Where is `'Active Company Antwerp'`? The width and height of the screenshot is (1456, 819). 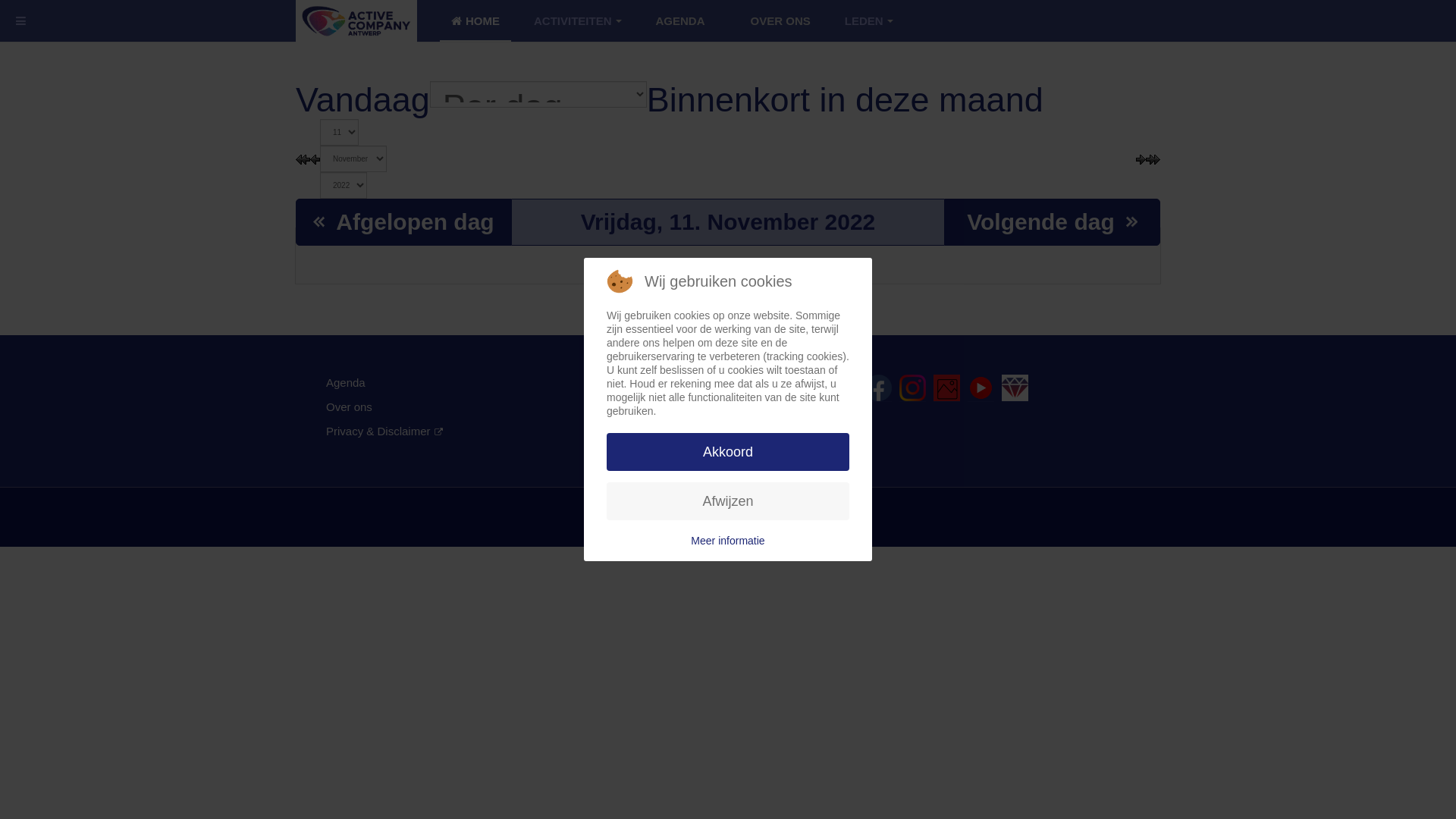
'Active Company Antwerp' is located at coordinates (295, 20).